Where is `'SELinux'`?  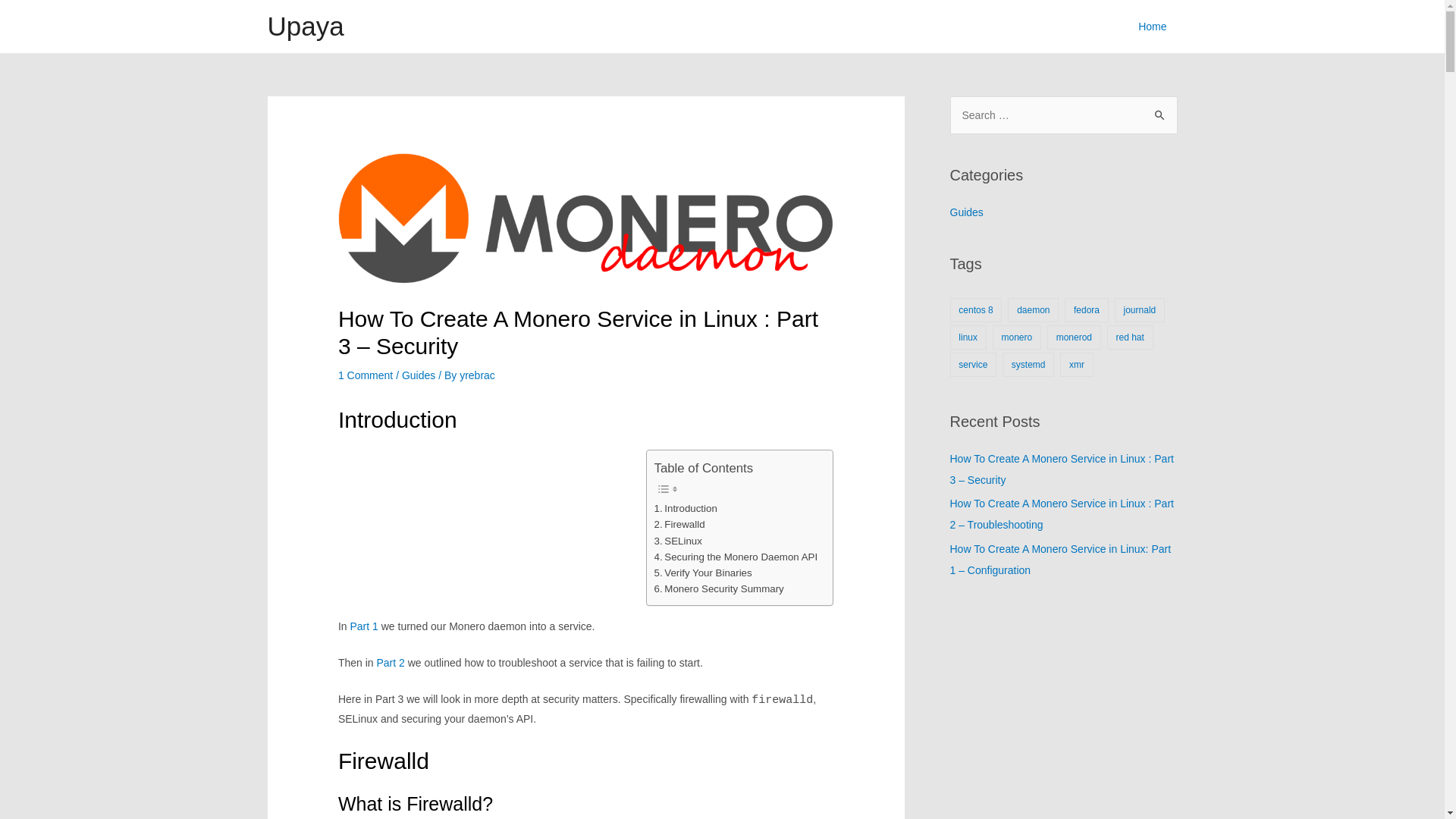 'SELinux' is located at coordinates (677, 540).